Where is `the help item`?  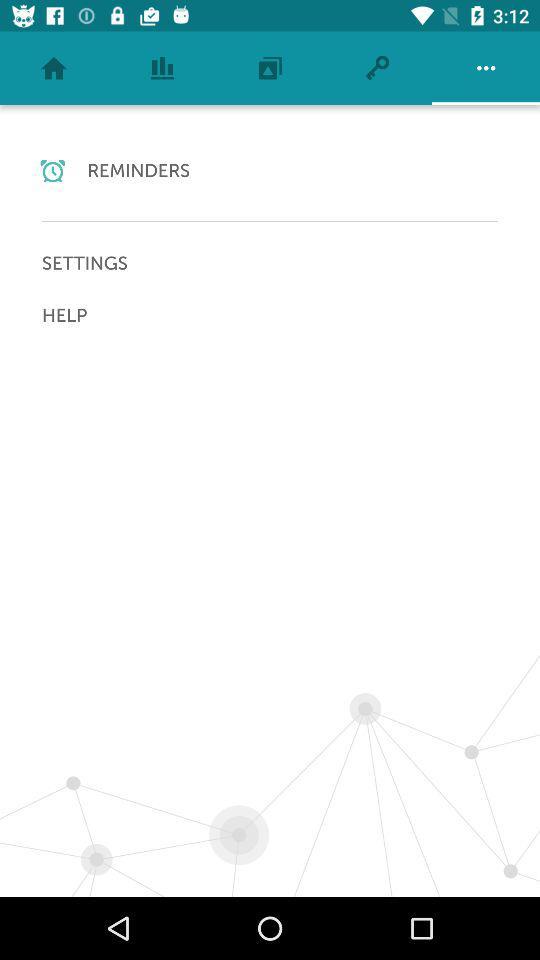
the help item is located at coordinates (270, 315).